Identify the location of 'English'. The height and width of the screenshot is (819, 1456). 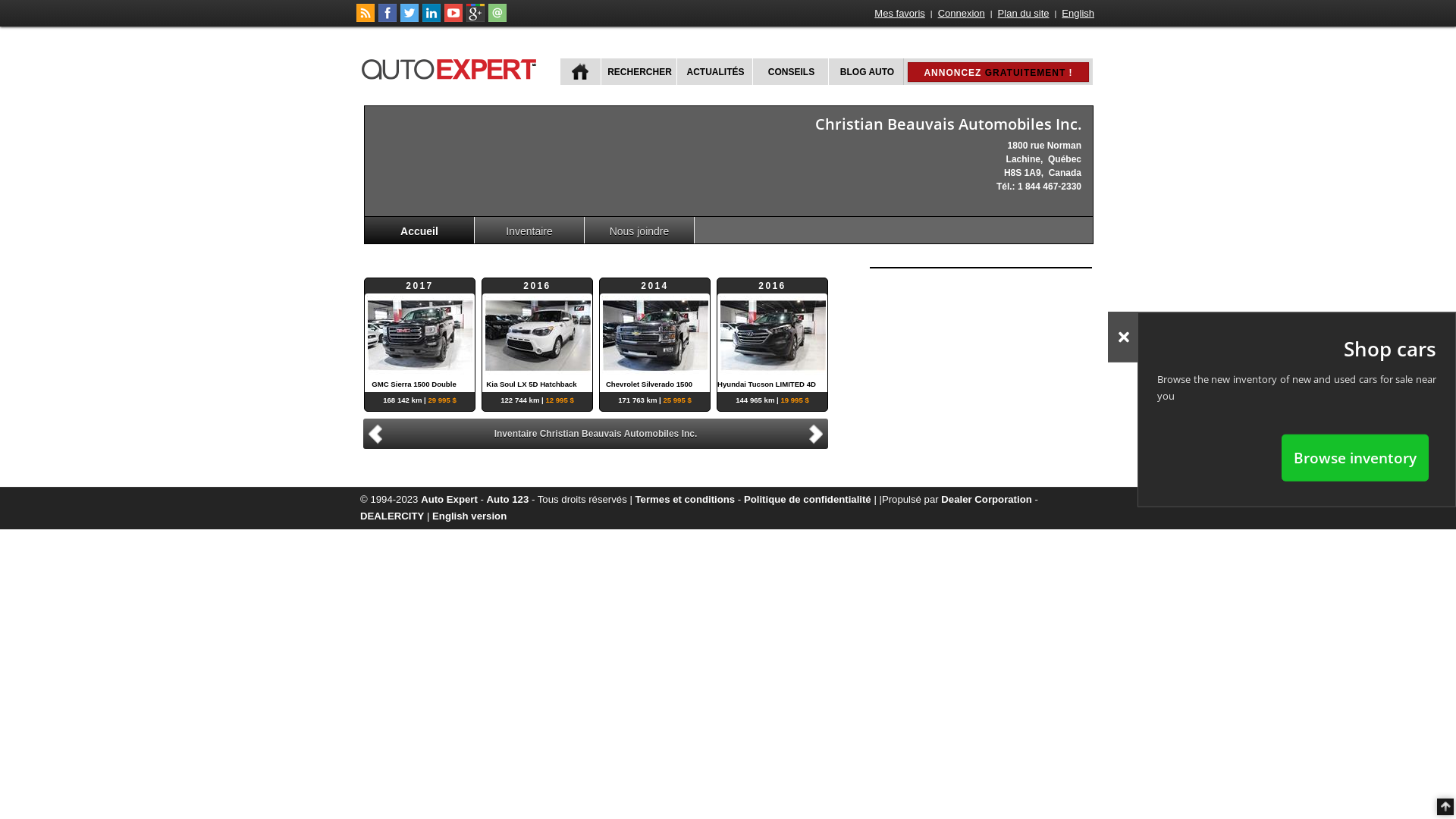
(1077, 13).